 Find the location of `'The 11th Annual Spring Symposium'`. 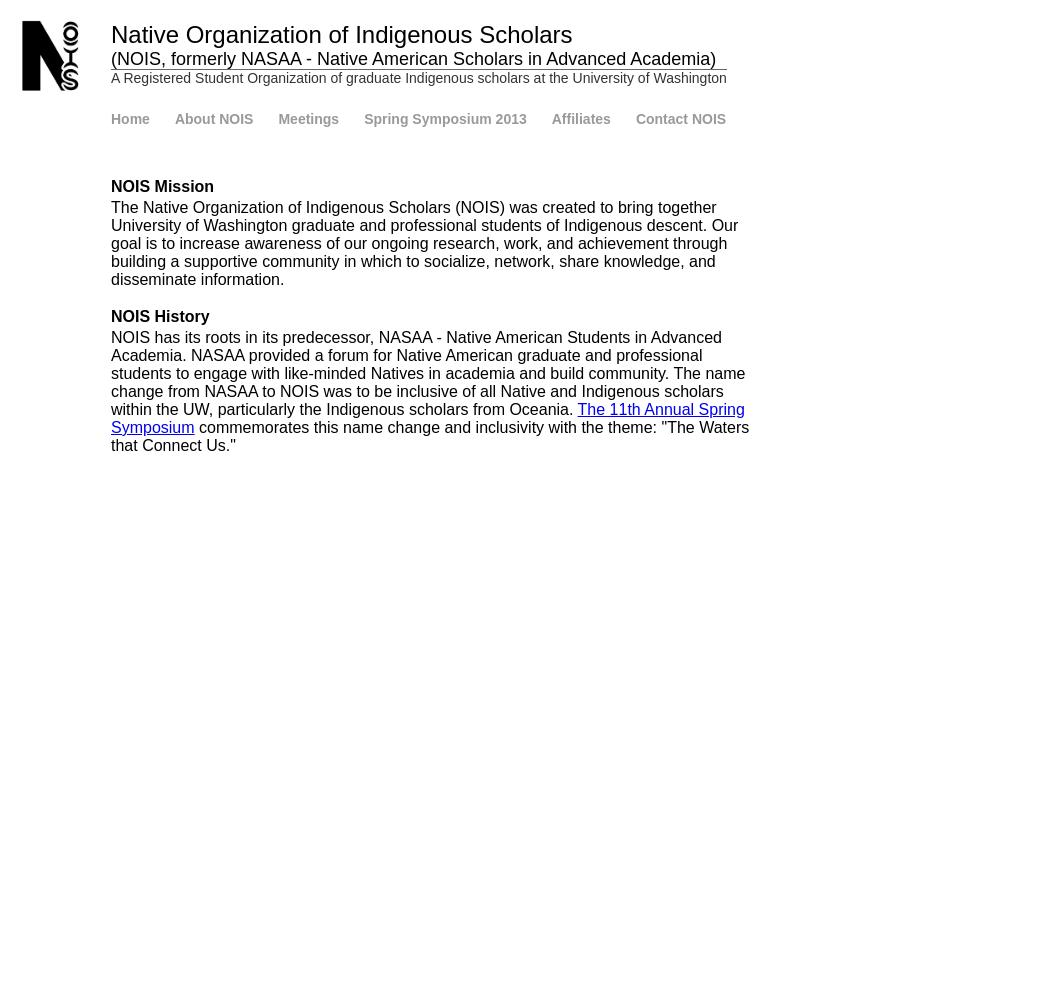

'The 11th Annual Spring Symposium' is located at coordinates (427, 418).